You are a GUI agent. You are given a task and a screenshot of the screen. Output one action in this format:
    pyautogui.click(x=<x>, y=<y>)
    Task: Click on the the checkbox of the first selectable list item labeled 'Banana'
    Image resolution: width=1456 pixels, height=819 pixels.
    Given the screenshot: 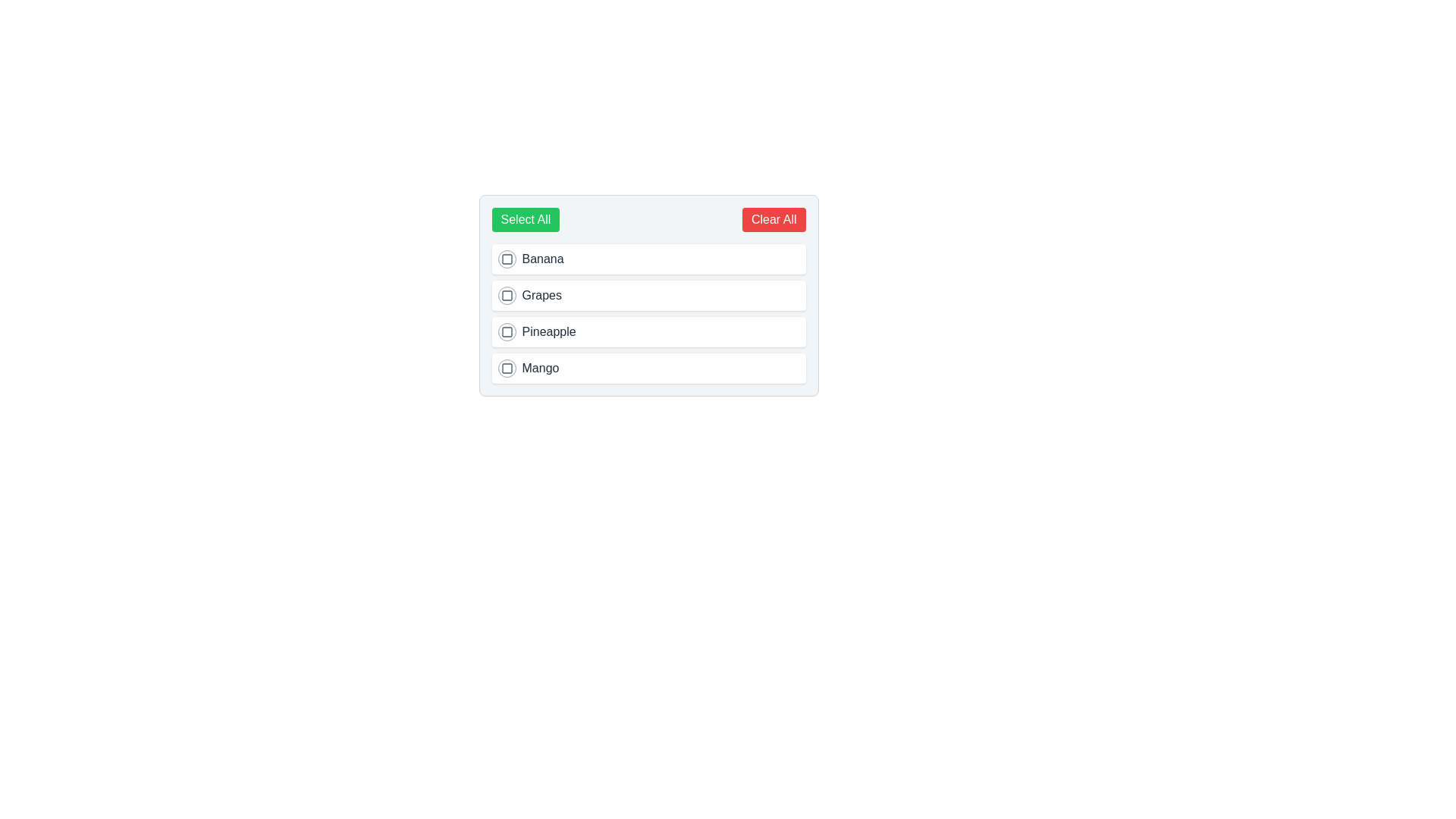 What is the action you would take?
    pyautogui.click(x=648, y=259)
    